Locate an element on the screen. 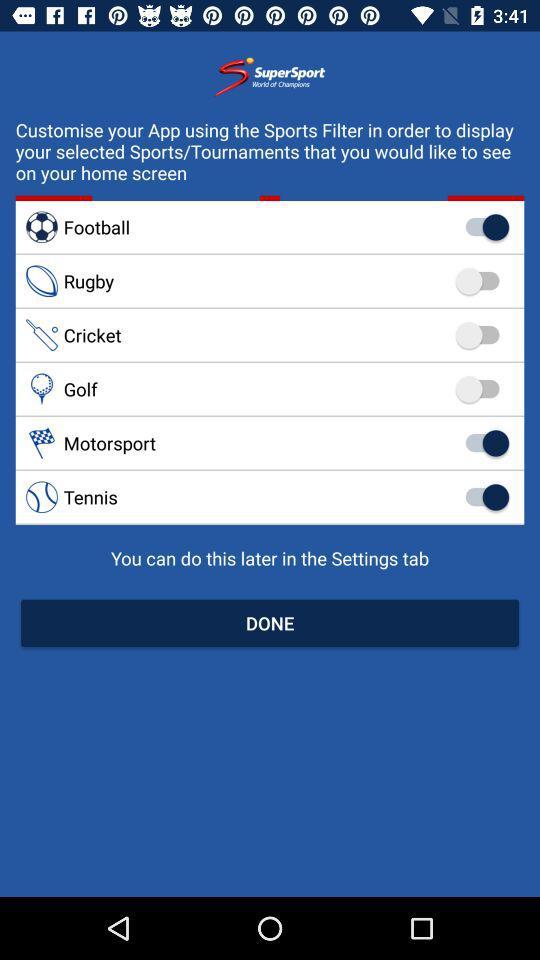 This screenshot has height=960, width=540. golf item is located at coordinates (270, 388).